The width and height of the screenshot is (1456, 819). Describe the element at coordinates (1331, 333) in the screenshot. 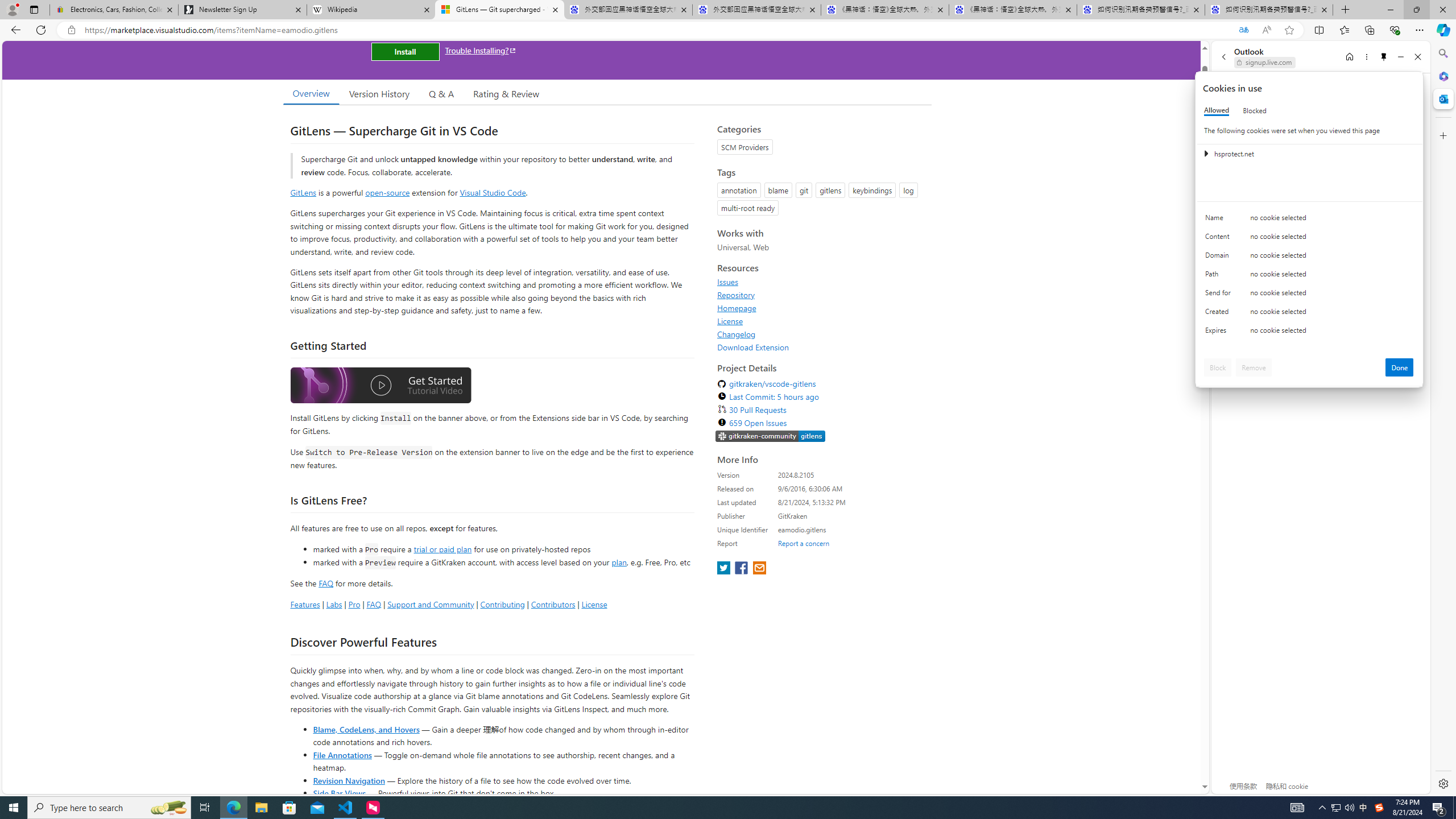

I see `'no cookie selected'` at that location.